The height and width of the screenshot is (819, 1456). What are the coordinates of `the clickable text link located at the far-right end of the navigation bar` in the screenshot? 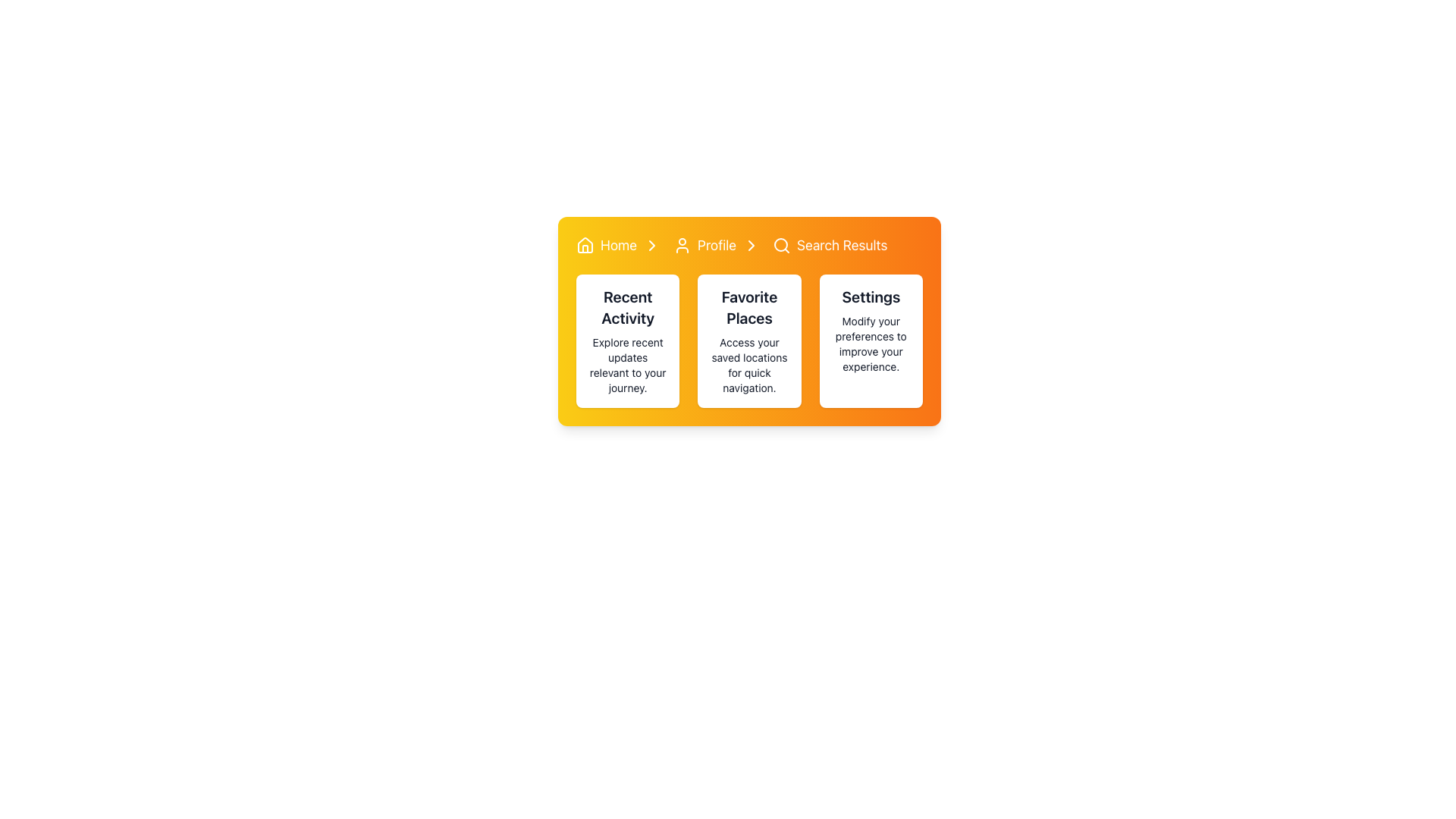 It's located at (841, 245).